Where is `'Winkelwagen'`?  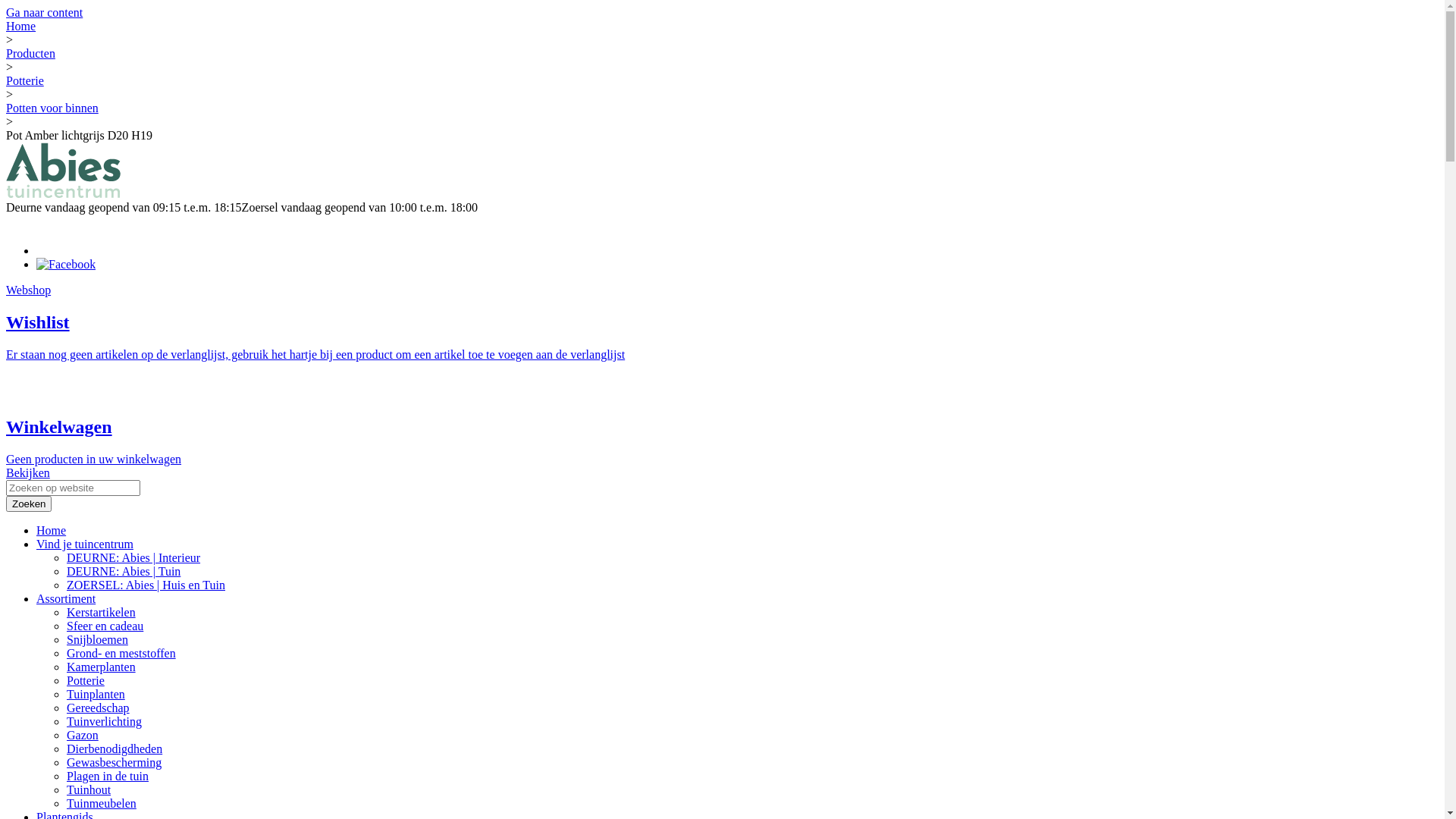 'Winkelwagen' is located at coordinates (58, 427).